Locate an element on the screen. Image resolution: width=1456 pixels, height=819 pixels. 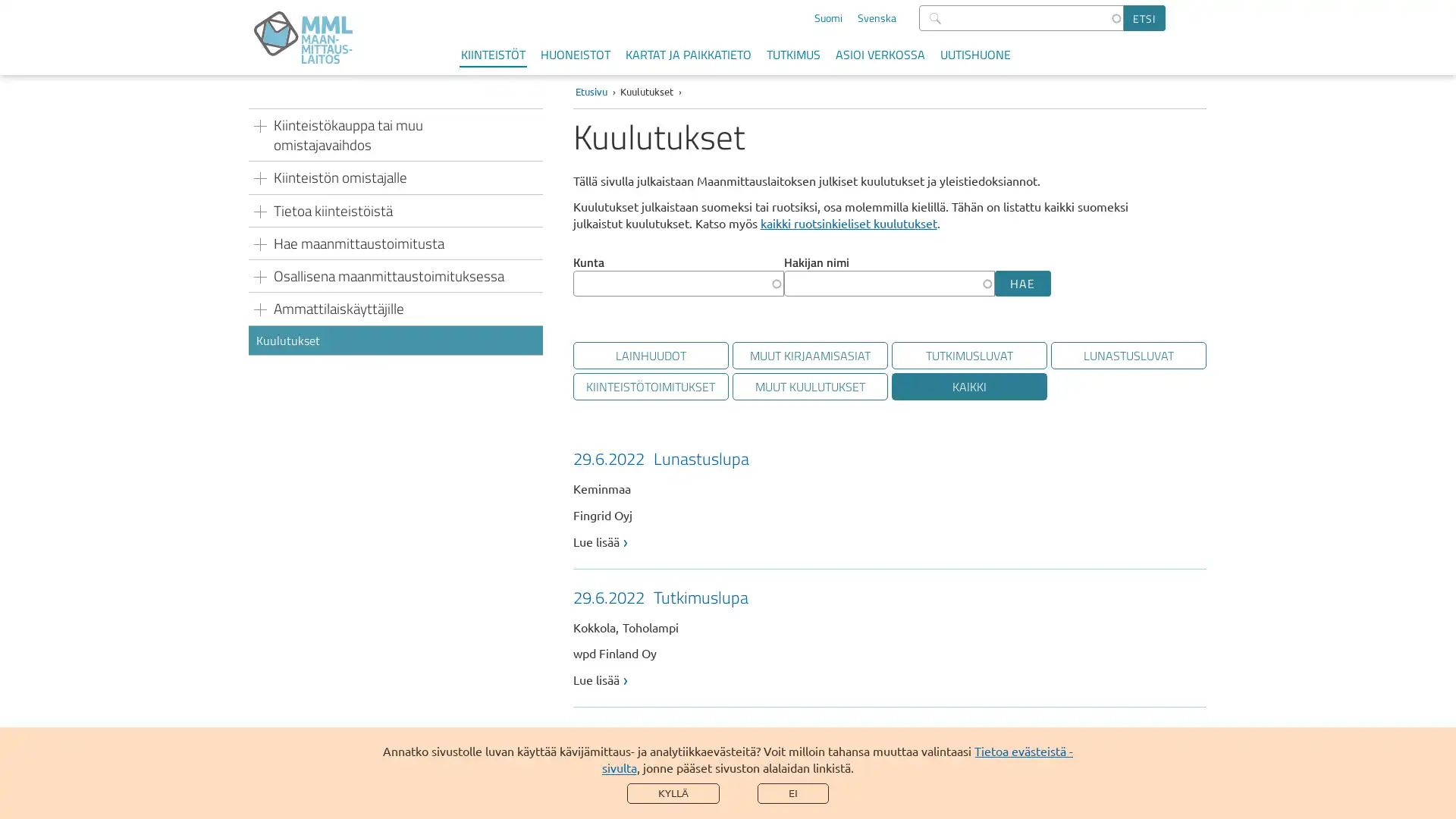
TUTKIMUSLUVAT is located at coordinates (968, 356).